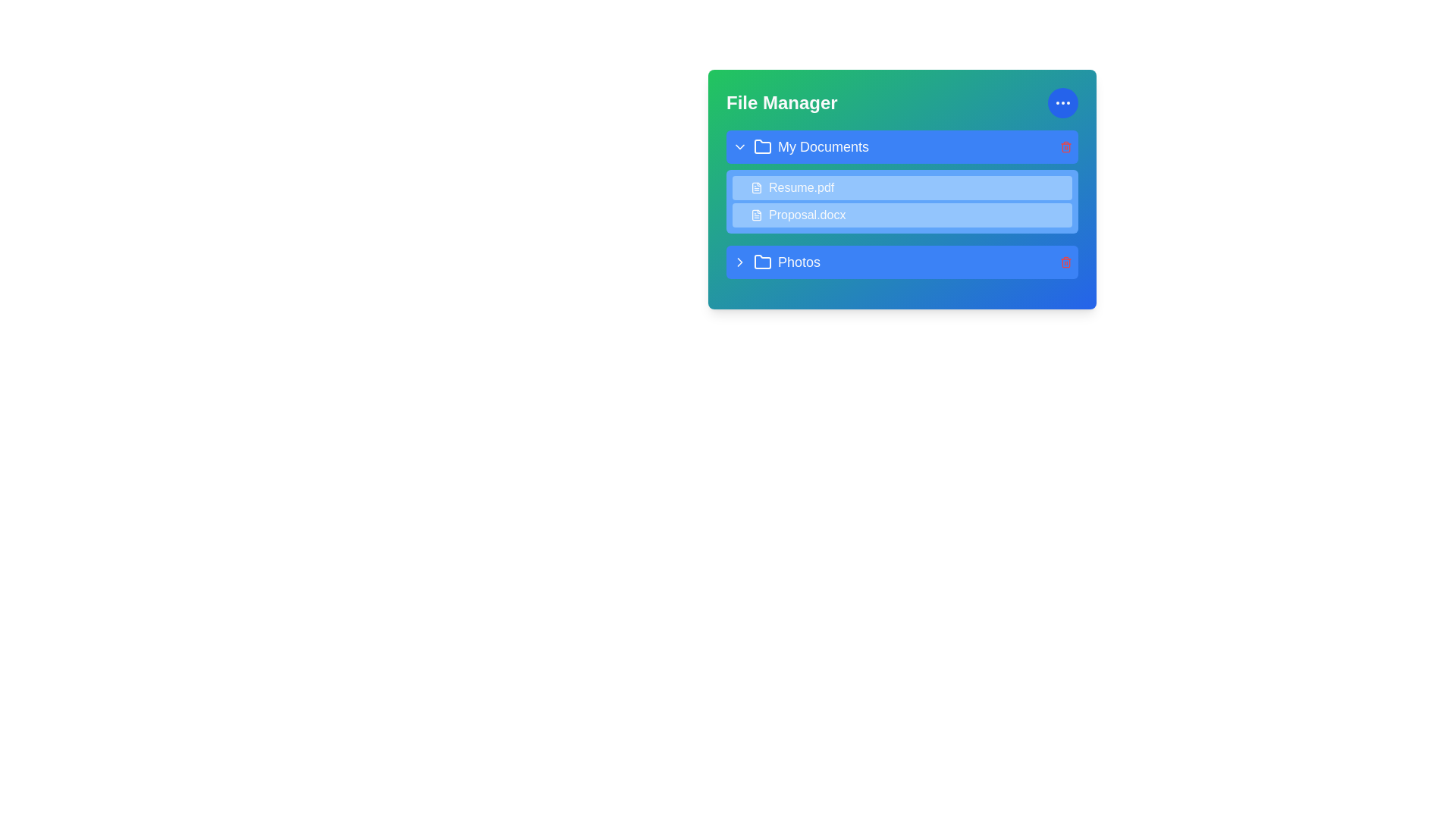  I want to click on on the 'Resume.pdf' file entry card located under the 'My Documents' section in the file manager interface, so click(902, 189).